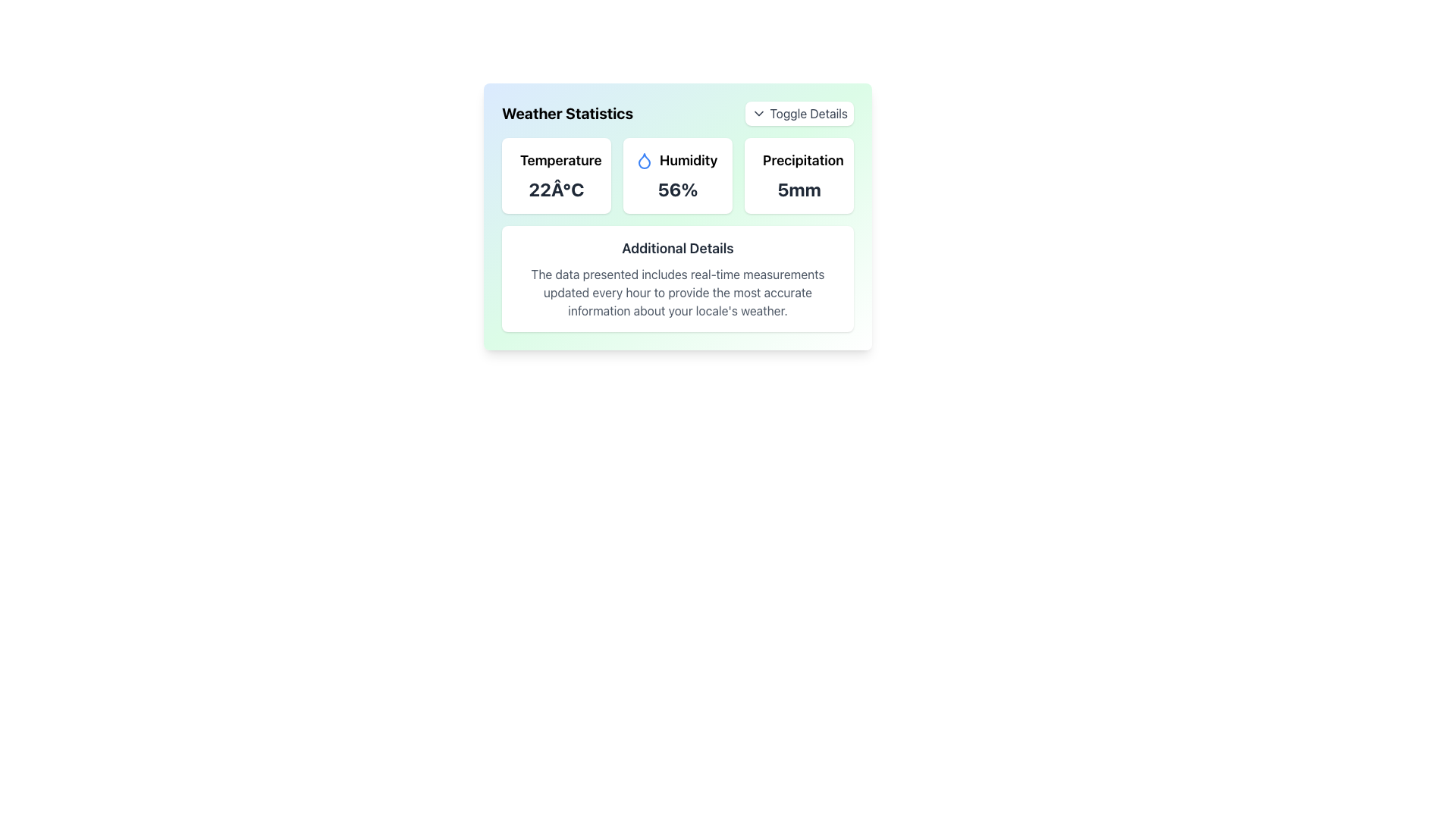 This screenshot has height=819, width=1456. Describe the element at coordinates (799, 161) in the screenshot. I see `the Text with Icon that denotes precipitation information, which is located in the upper-right part of the weather statistics card, right of the 'Humidity' element and aligned with '5mm'` at that location.